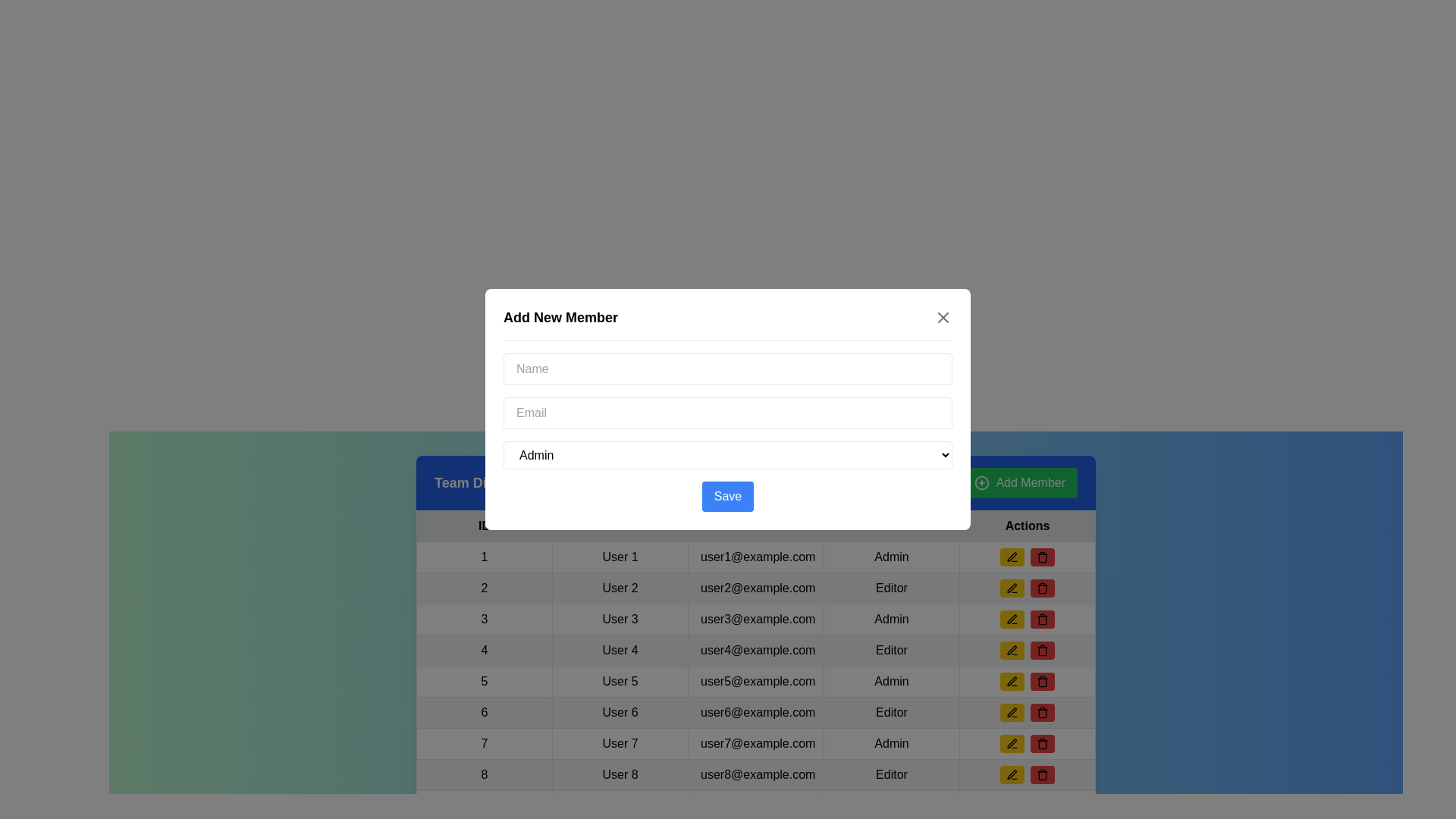 Image resolution: width=1456 pixels, height=819 pixels. What do you see at coordinates (1041, 587) in the screenshot?
I see `the red button with a trash can icon located in the 'Actions' column of the table row` at bounding box center [1041, 587].